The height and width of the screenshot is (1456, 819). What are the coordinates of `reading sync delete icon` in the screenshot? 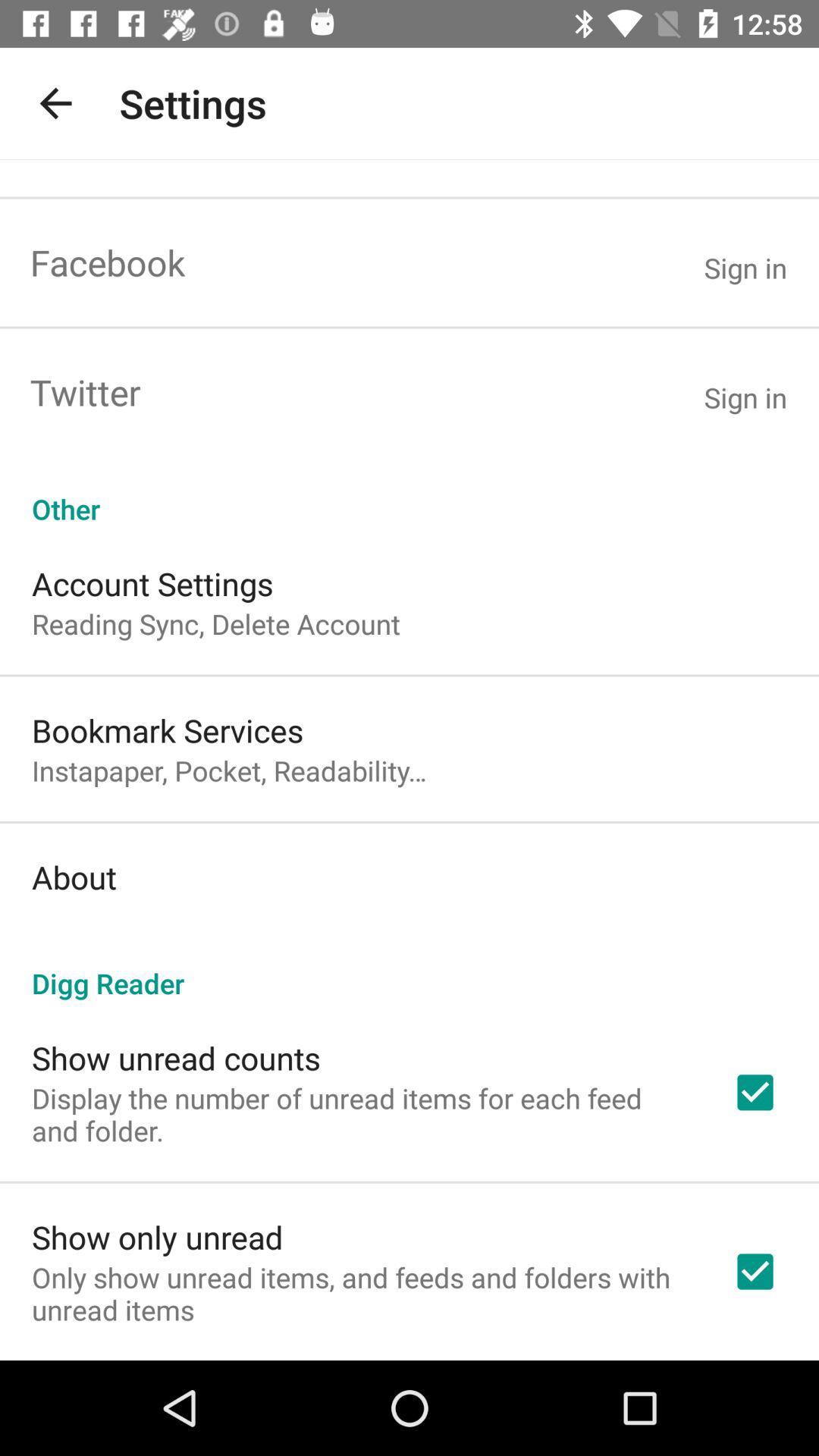 It's located at (216, 623).